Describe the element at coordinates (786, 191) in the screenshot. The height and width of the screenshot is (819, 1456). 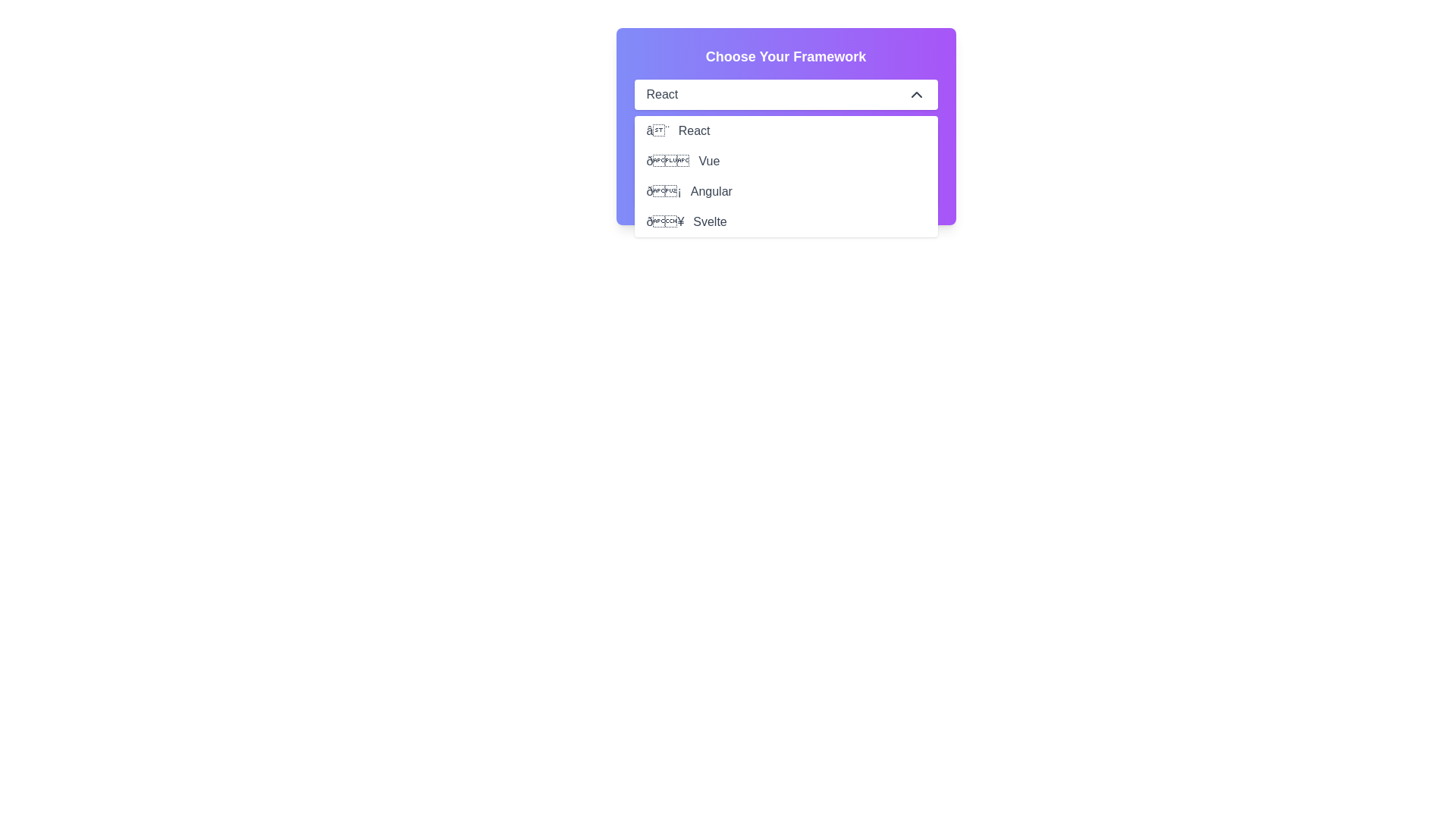
I see `the dropdown menu option labeled 'Angular', which is the third option under 'Choose Your Framework'` at that location.